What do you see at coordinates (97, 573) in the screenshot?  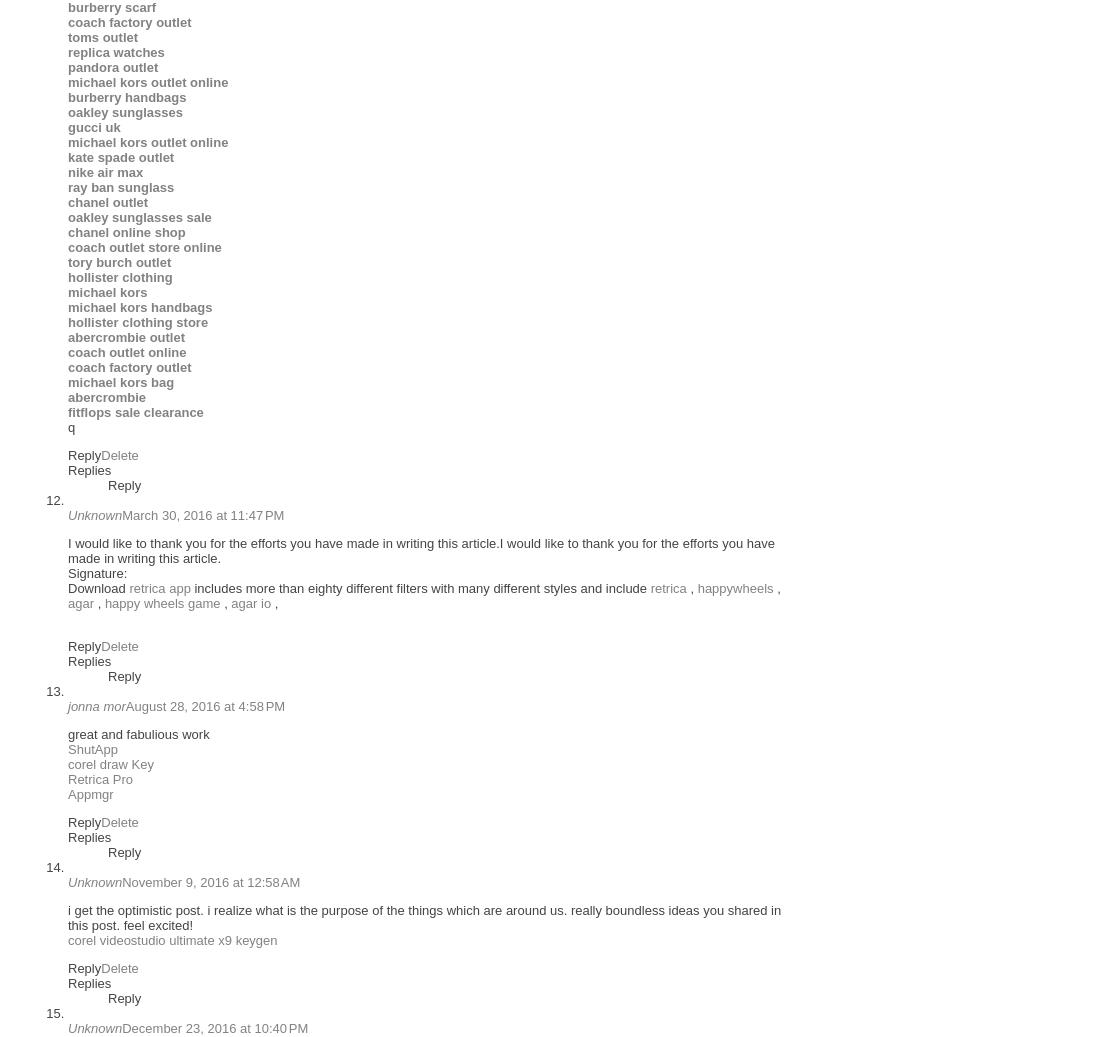 I see `'Signature:'` at bounding box center [97, 573].